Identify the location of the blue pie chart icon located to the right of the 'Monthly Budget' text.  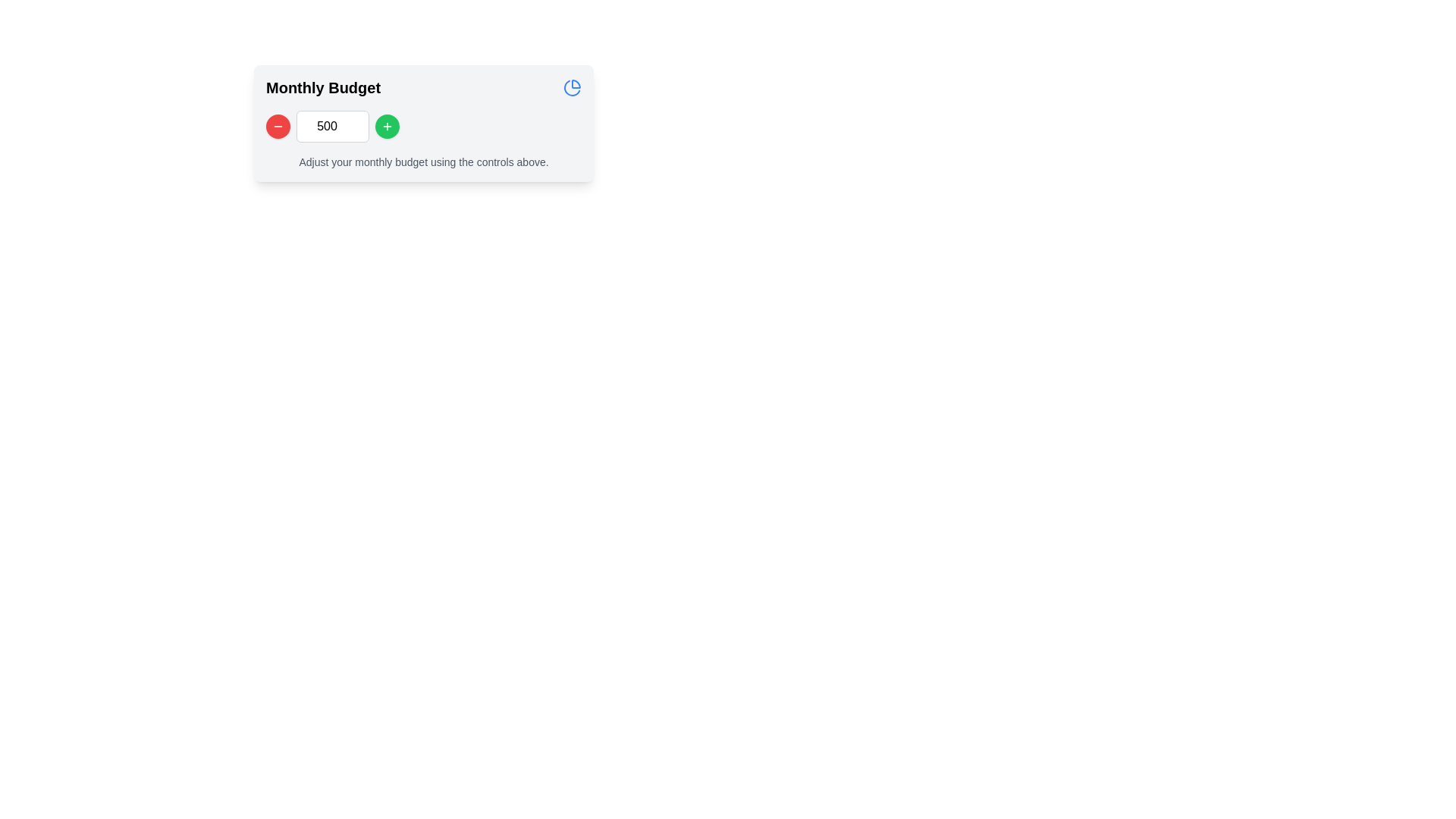
(571, 87).